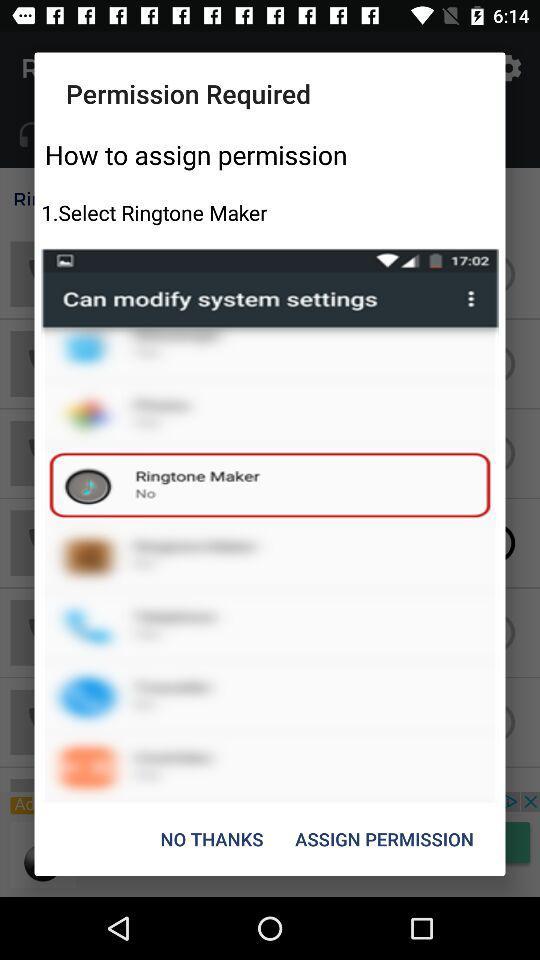 This screenshot has height=960, width=540. Describe the element at coordinates (211, 839) in the screenshot. I see `no thanks item` at that location.